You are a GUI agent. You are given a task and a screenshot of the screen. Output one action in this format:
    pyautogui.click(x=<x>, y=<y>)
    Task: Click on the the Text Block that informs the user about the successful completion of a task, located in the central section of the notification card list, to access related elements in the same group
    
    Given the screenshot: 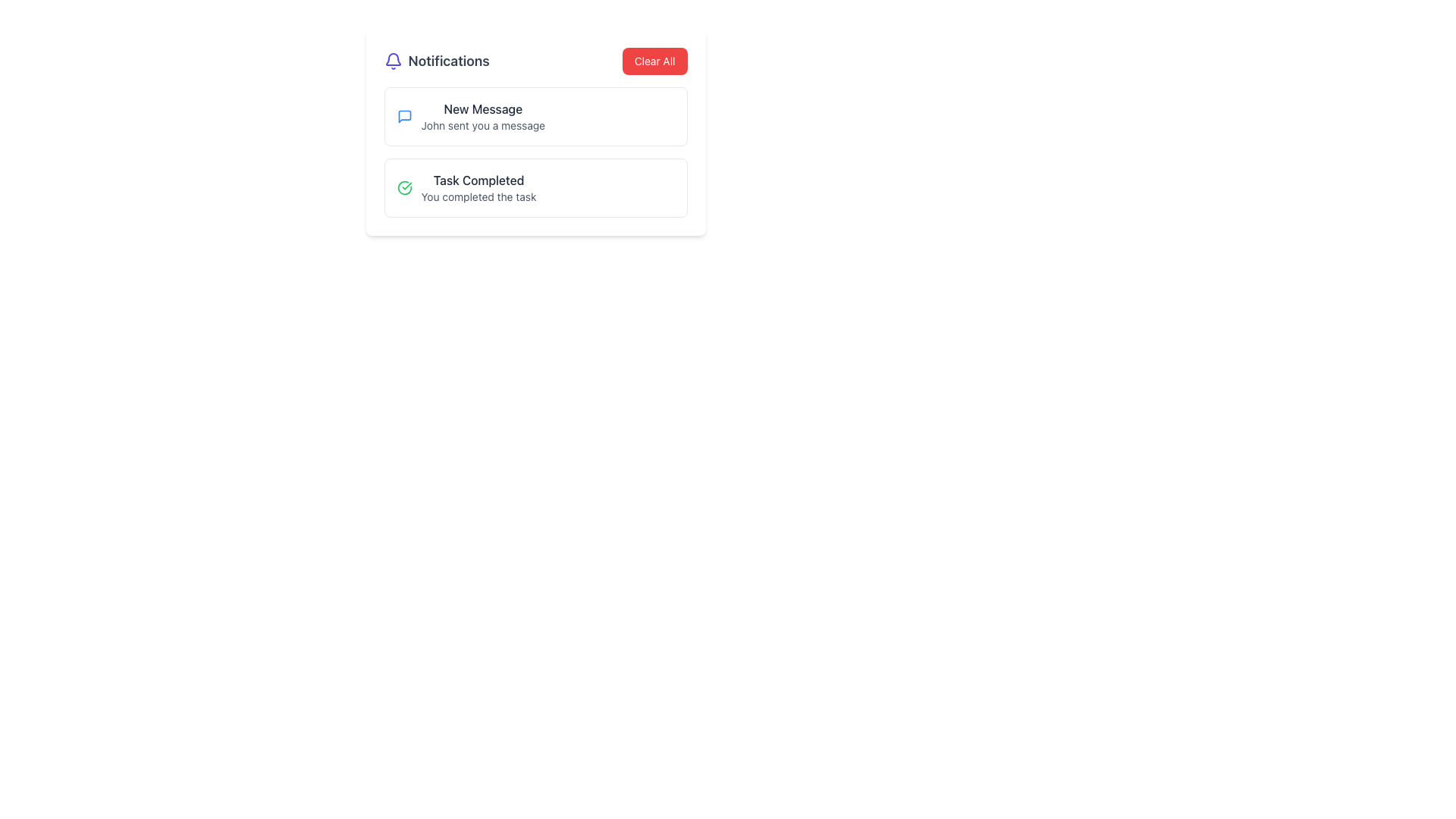 What is the action you would take?
    pyautogui.click(x=478, y=187)
    